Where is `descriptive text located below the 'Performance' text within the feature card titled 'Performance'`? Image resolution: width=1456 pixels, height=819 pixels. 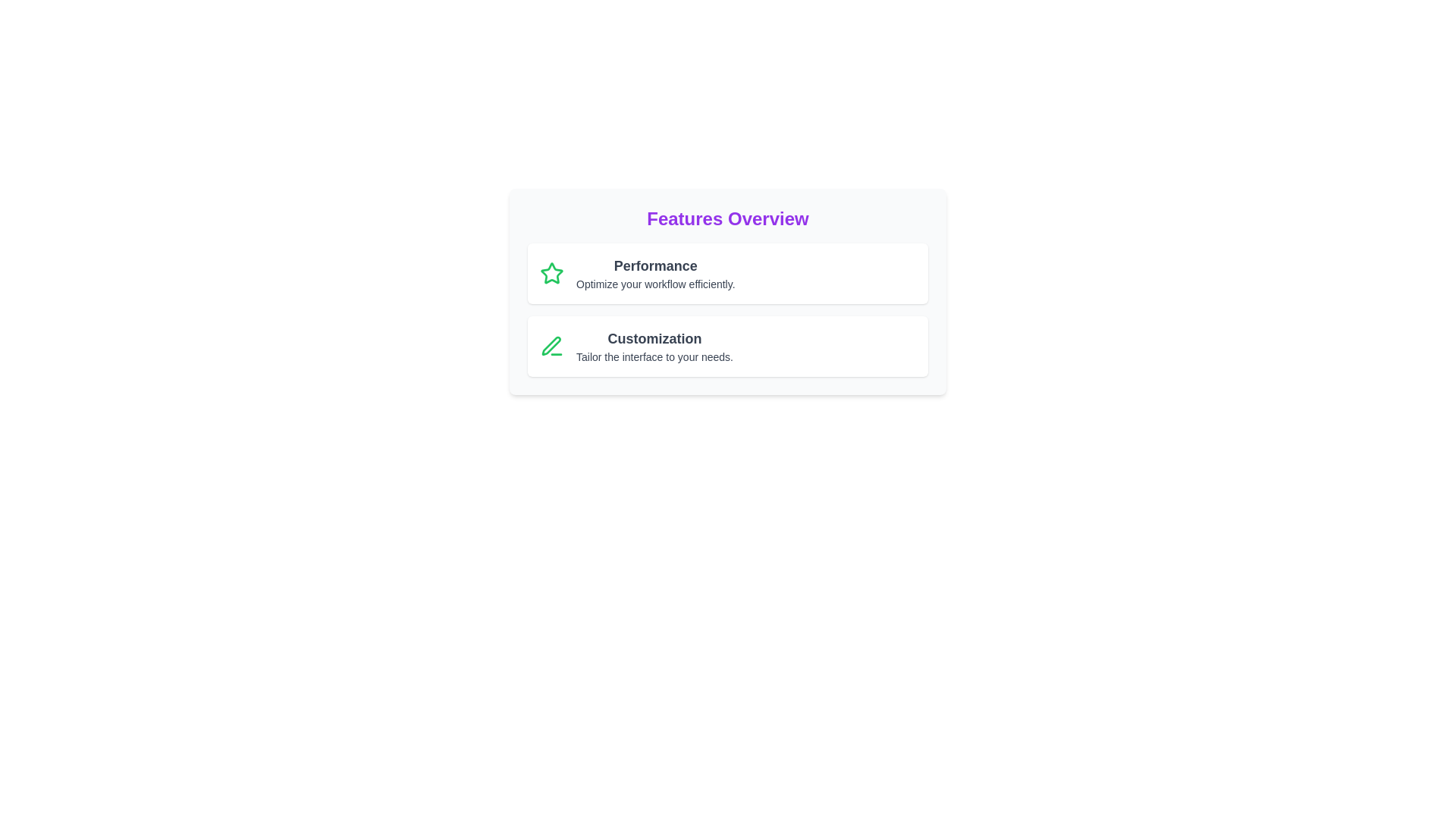
descriptive text located below the 'Performance' text within the feature card titled 'Performance' is located at coordinates (655, 284).